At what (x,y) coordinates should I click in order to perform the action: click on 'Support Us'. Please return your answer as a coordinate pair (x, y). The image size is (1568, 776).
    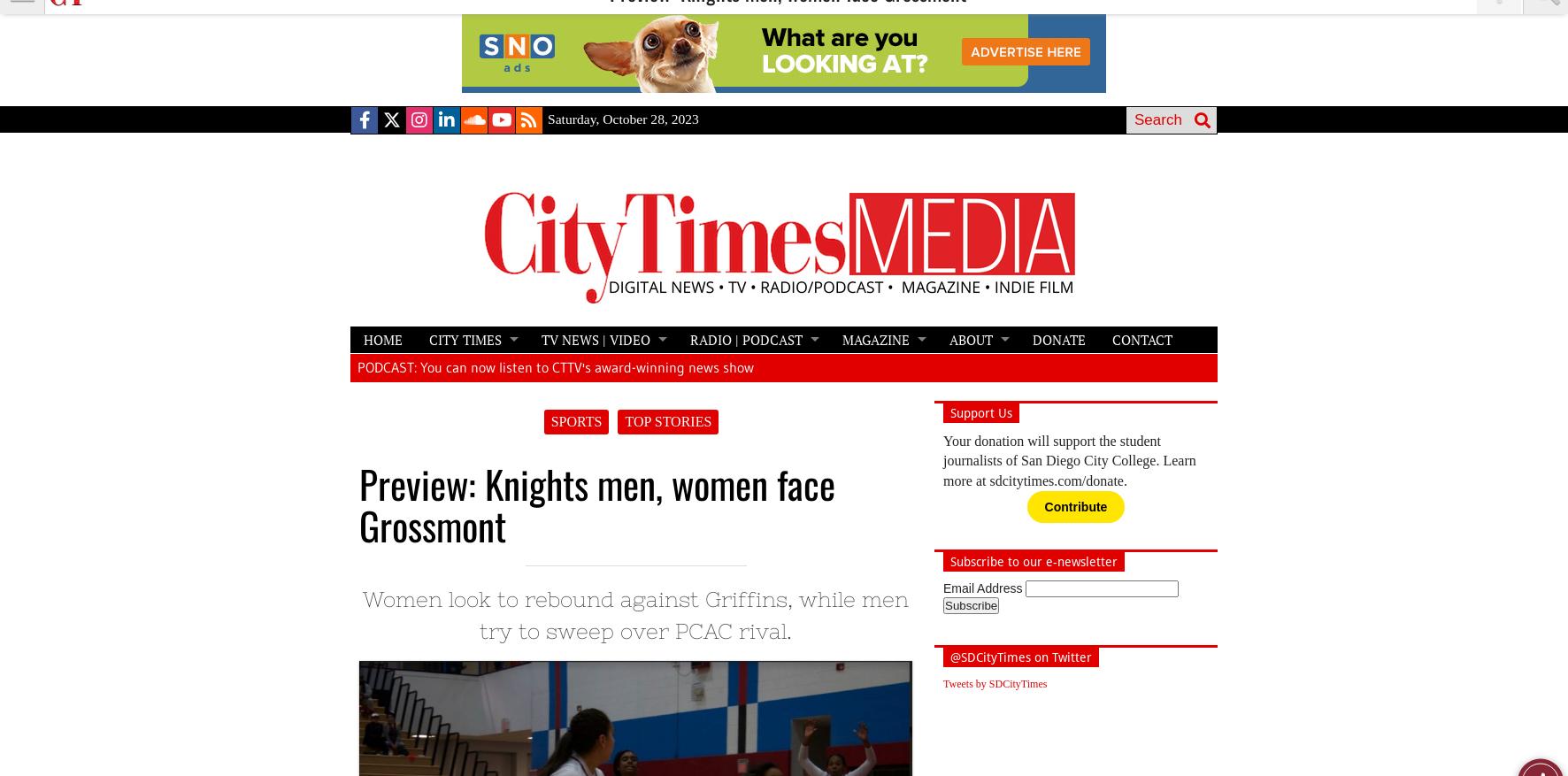
    Looking at the image, I should click on (980, 412).